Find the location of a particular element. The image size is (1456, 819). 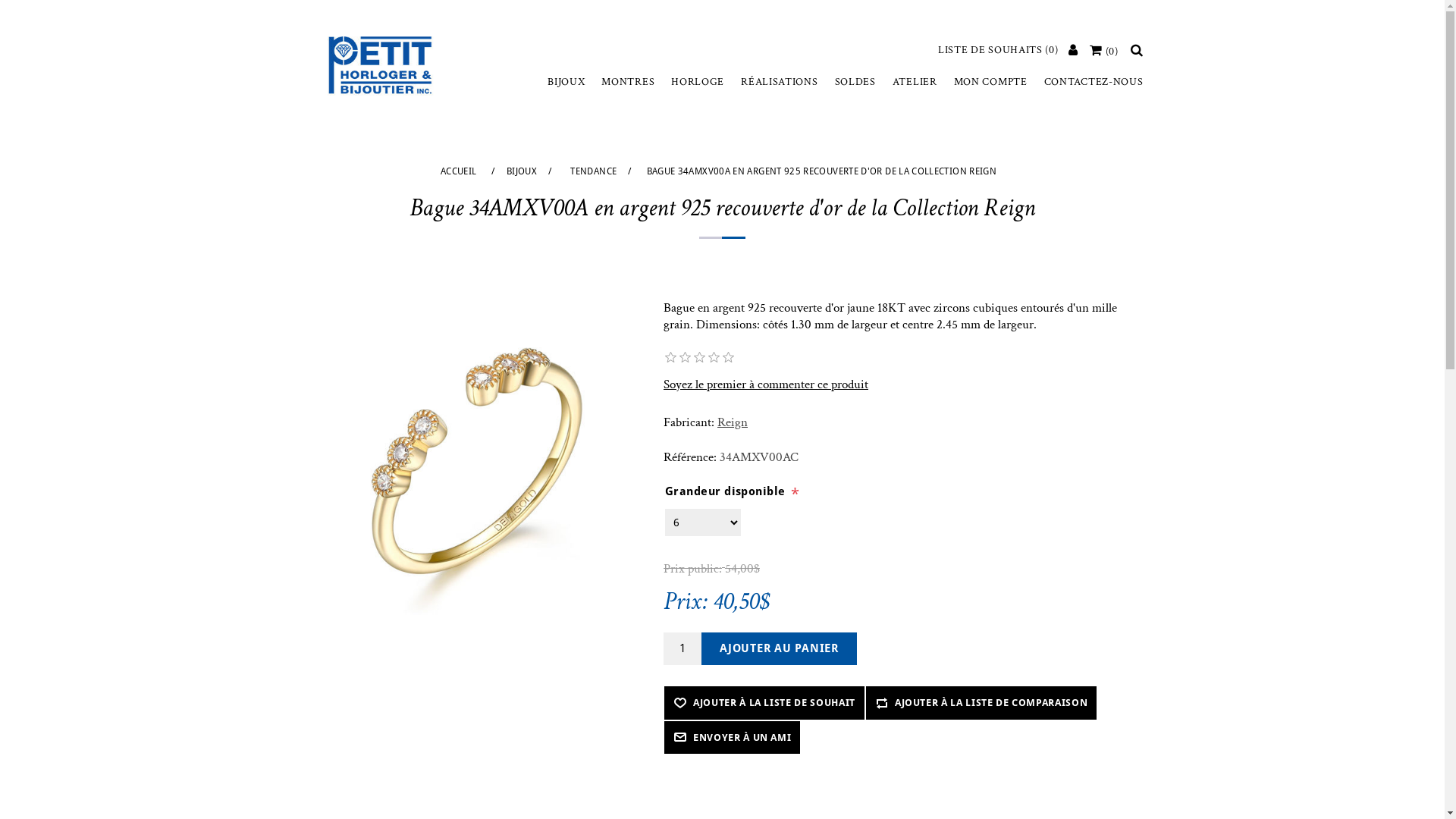

'MONTRES' is located at coordinates (628, 82).